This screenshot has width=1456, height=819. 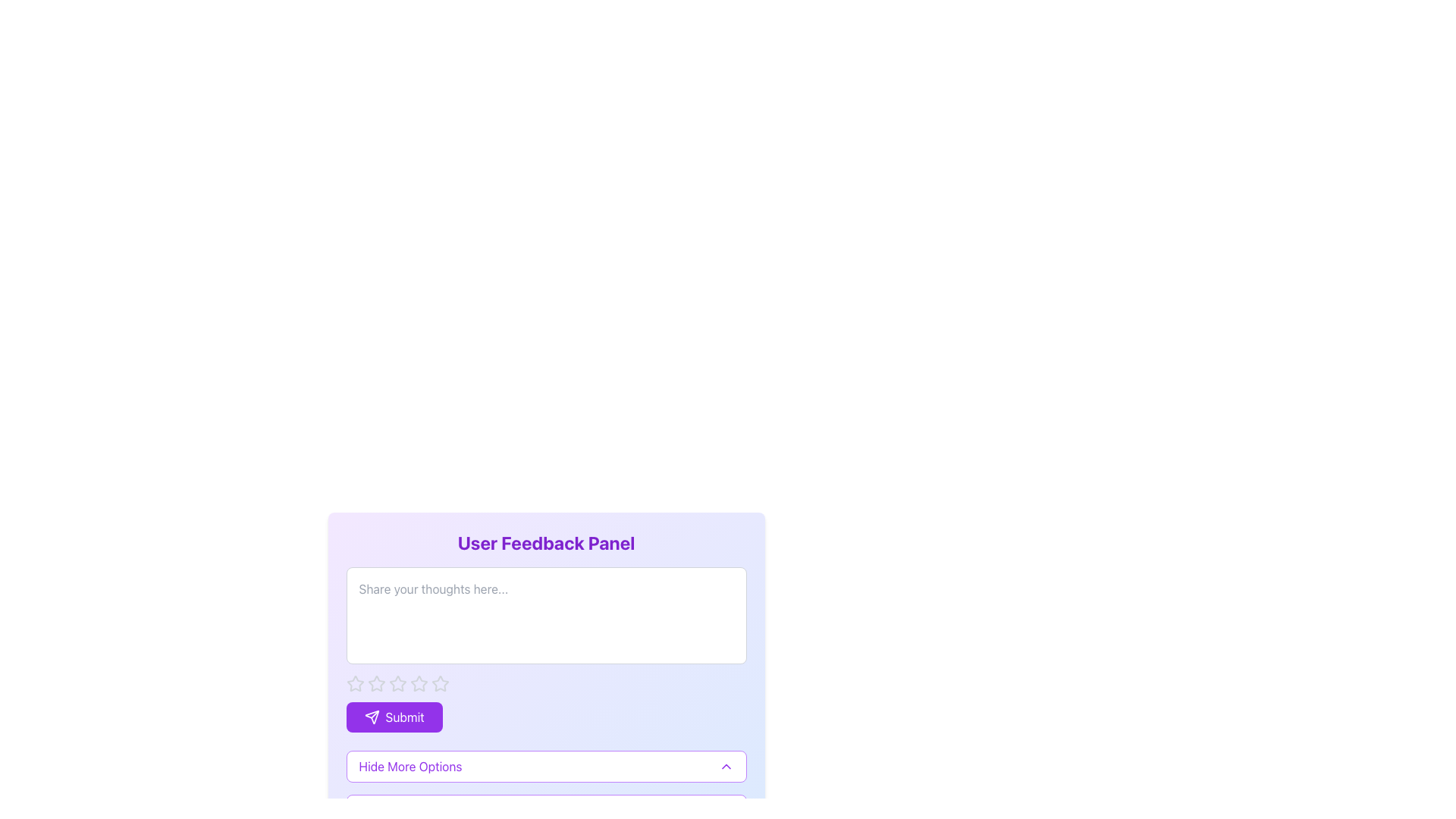 I want to click on the toggle button located below the Submit button, so click(x=546, y=766).